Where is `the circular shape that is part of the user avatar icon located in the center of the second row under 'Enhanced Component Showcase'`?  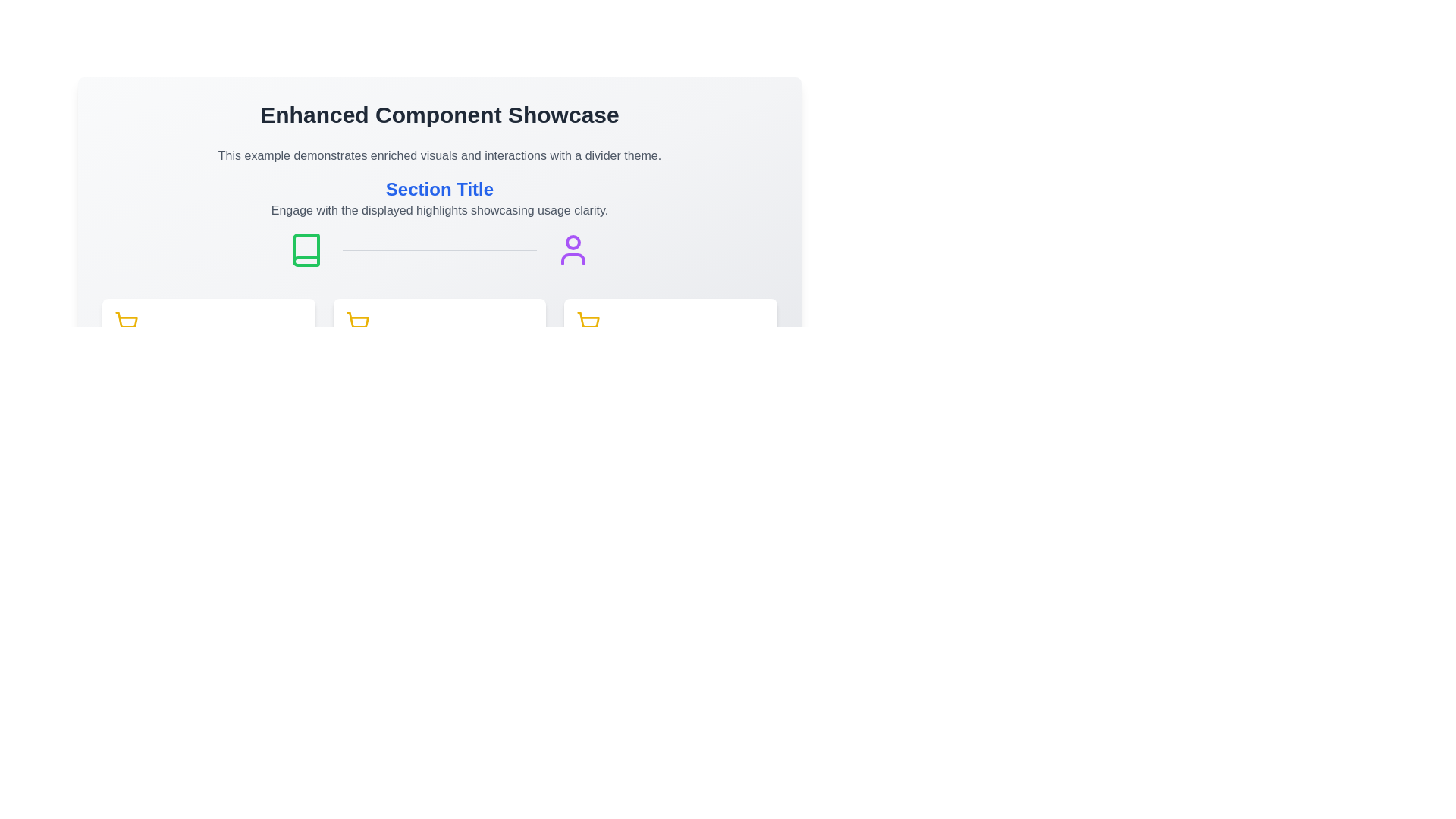
the circular shape that is part of the user avatar icon located in the center of the second row under 'Enhanced Component Showcase' is located at coordinates (572, 242).